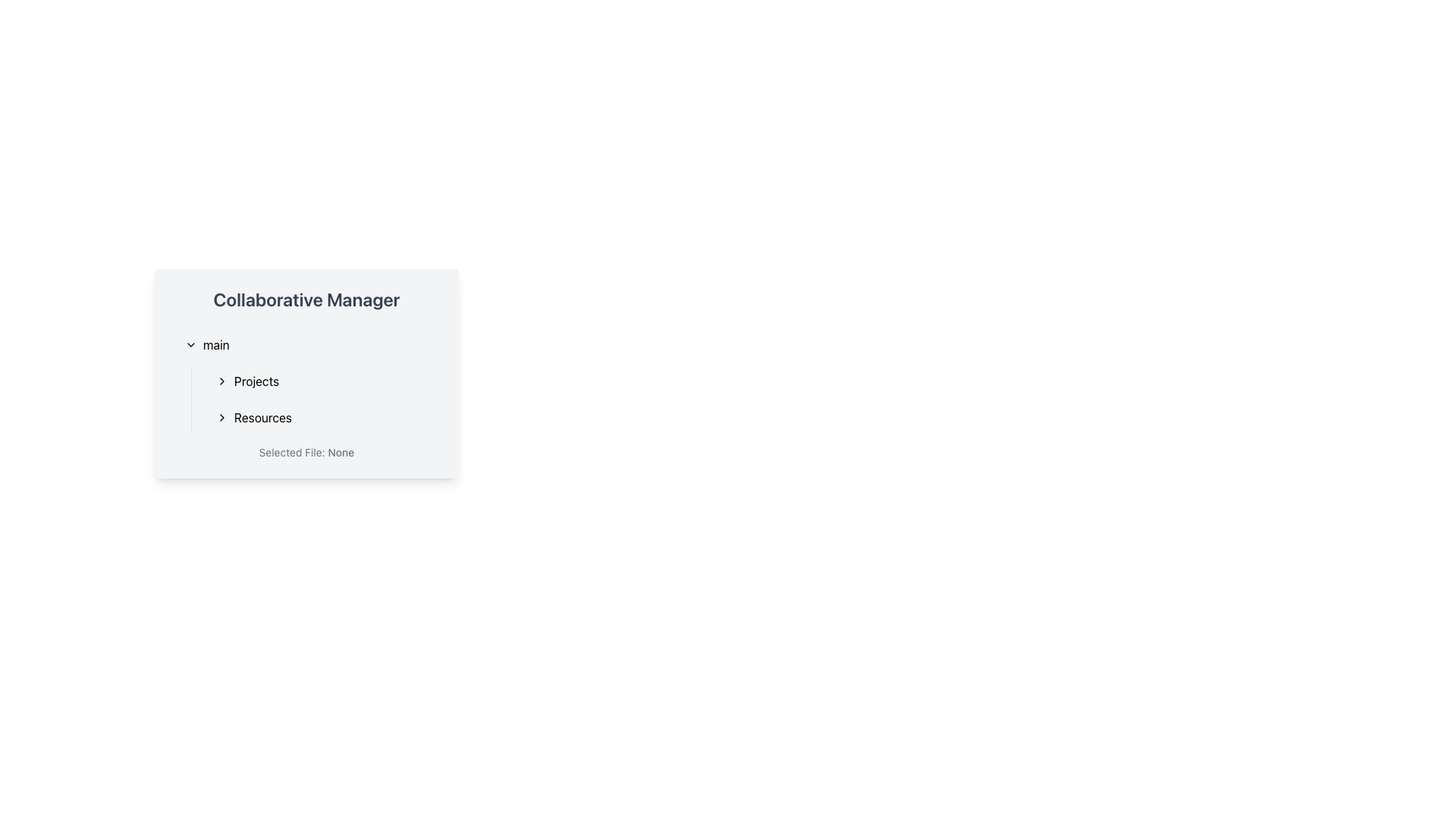 The width and height of the screenshot is (1456, 819). What do you see at coordinates (322, 380) in the screenshot?
I see `the navigational menu item labeled 'Projects'` at bounding box center [322, 380].